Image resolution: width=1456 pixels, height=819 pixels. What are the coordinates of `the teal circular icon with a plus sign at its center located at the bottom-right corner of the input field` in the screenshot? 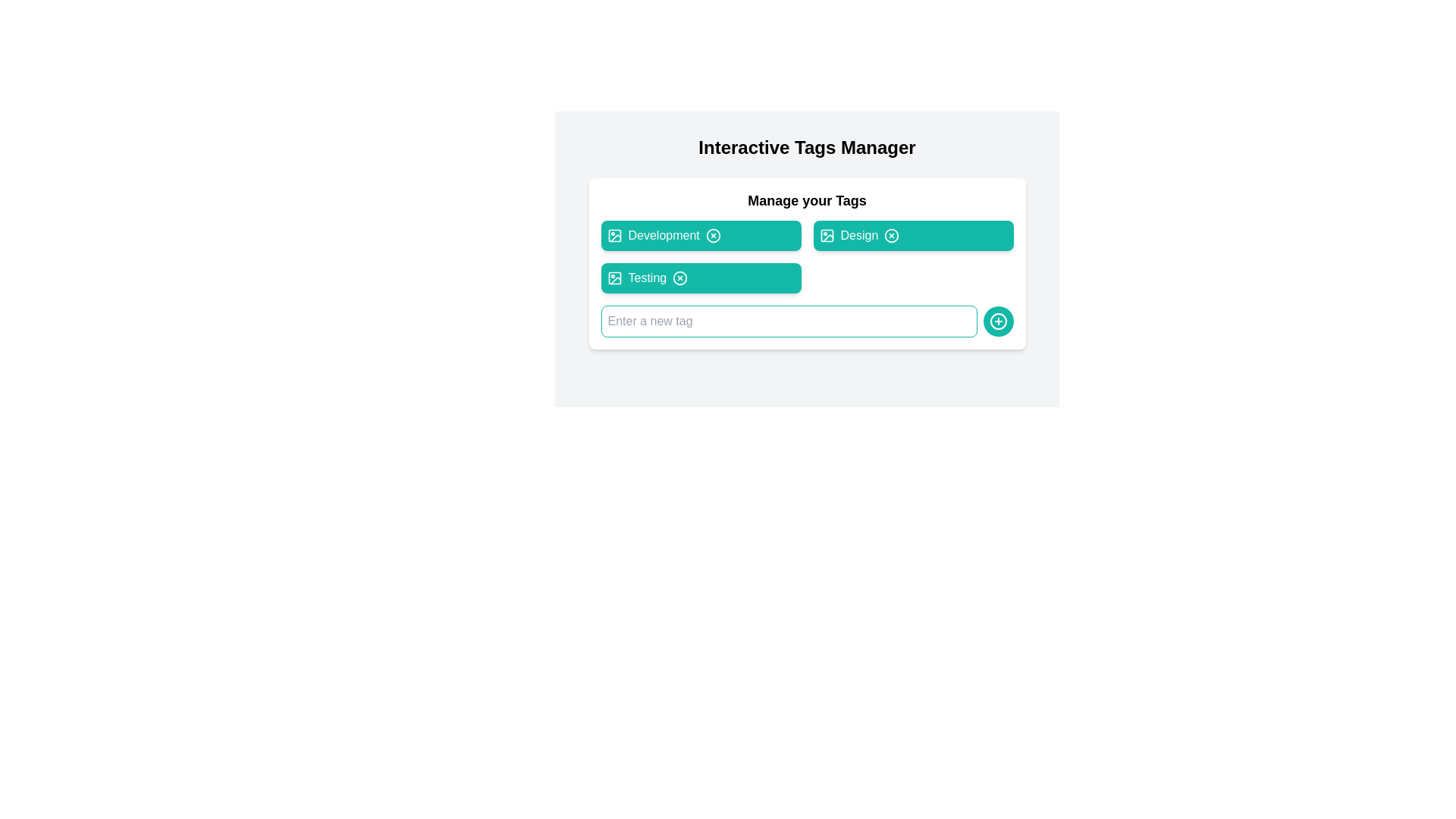 It's located at (998, 321).